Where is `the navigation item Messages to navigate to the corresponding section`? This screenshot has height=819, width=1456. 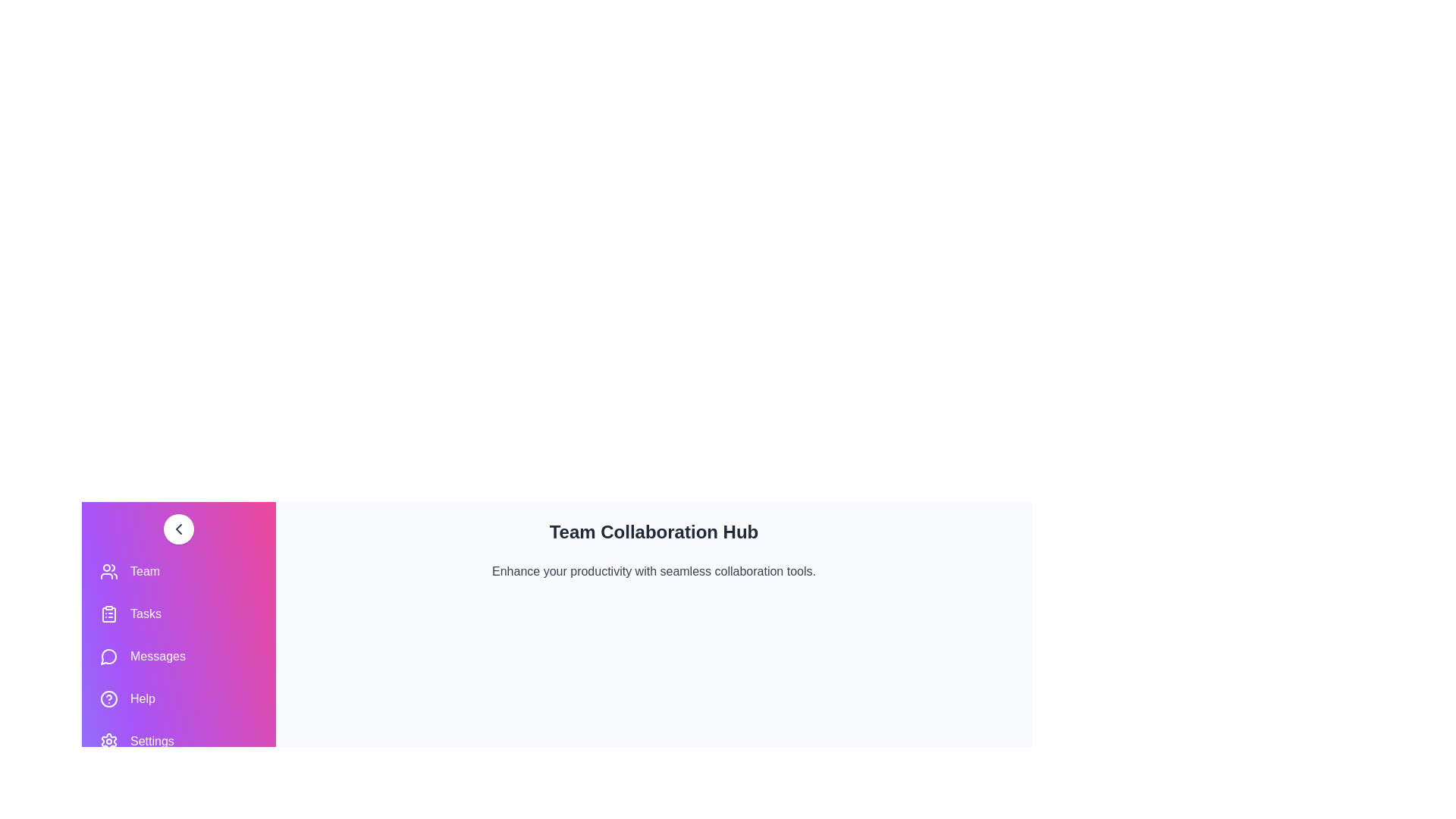
the navigation item Messages to navigate to the corresponding section is located at coordinates (178, 656).